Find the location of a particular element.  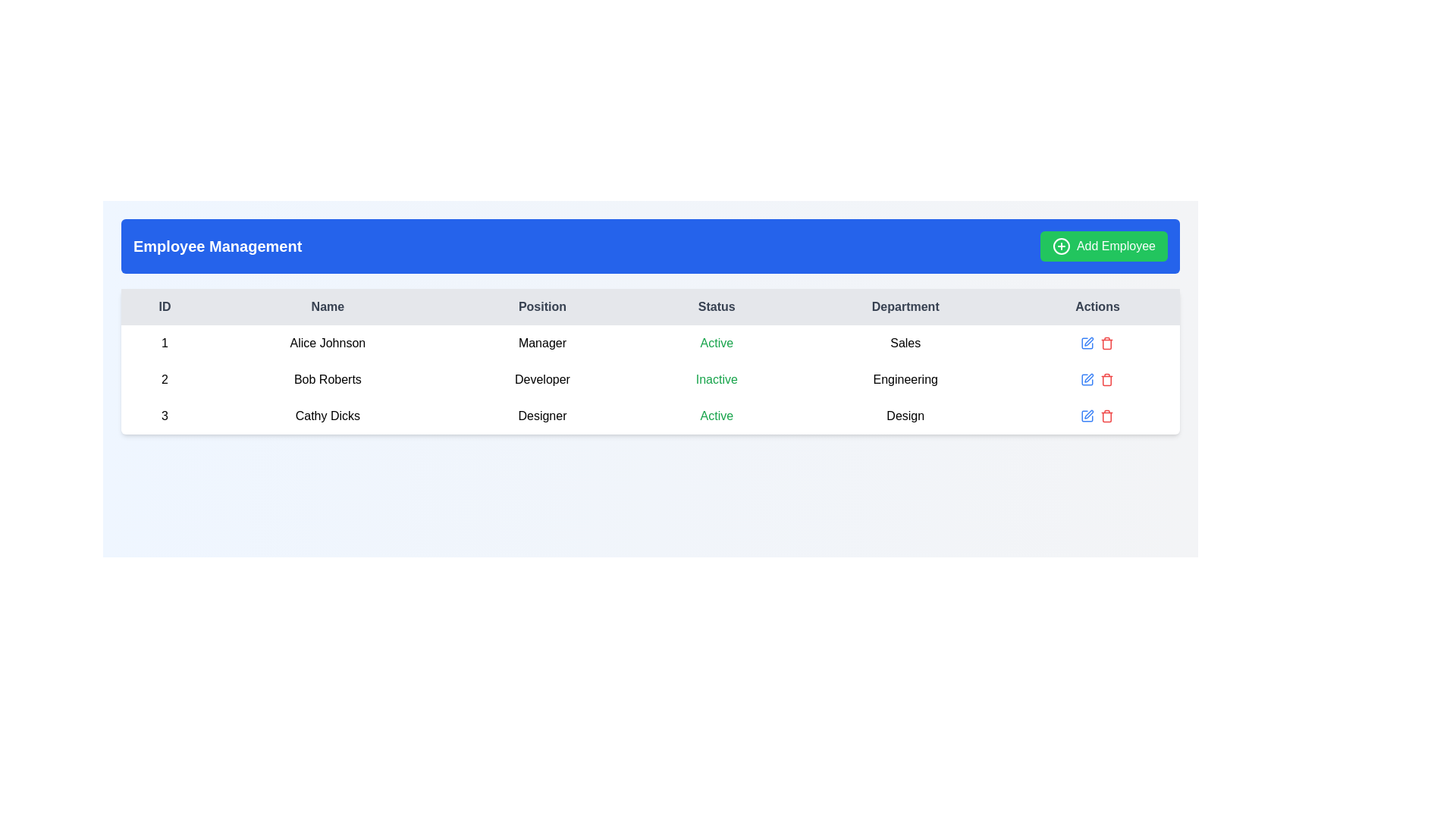

the edit icon button located in the 'Actions' column for the table row of 'Alice Johnson' is located at coordinates (1087, 343).